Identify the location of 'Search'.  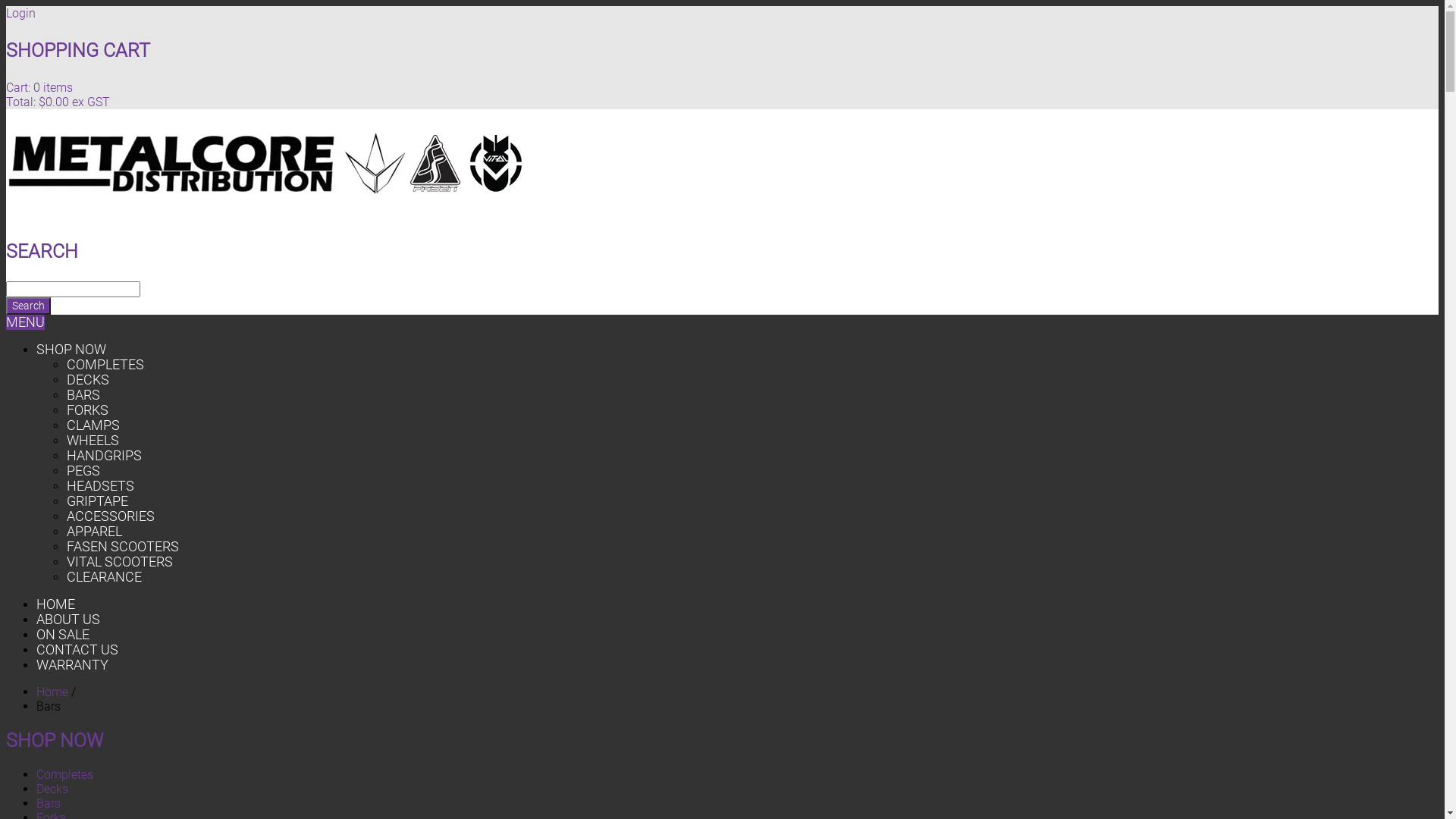
(28, 306).